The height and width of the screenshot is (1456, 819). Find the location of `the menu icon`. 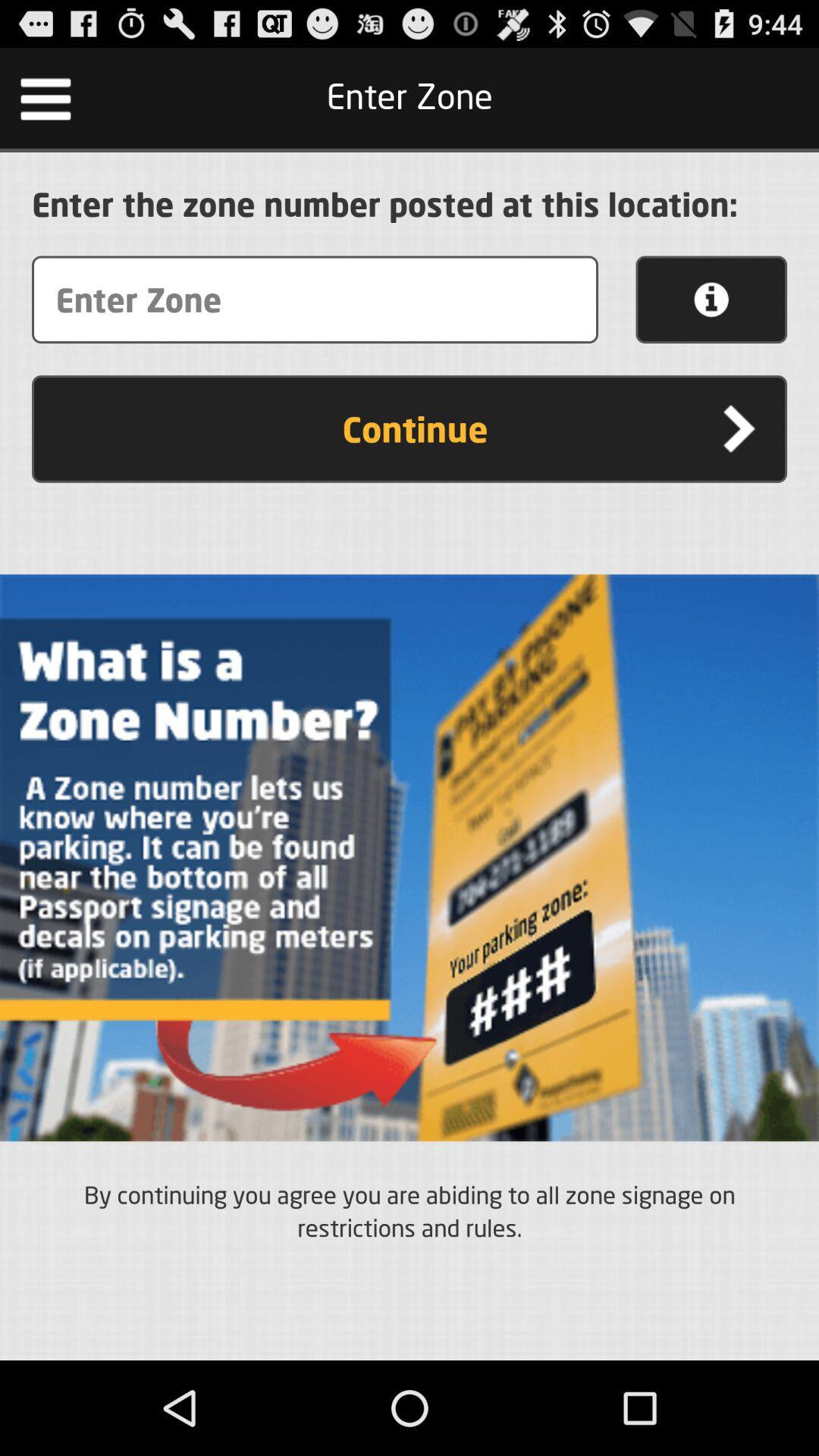

the menu icon is located at coordinates (45, 104).